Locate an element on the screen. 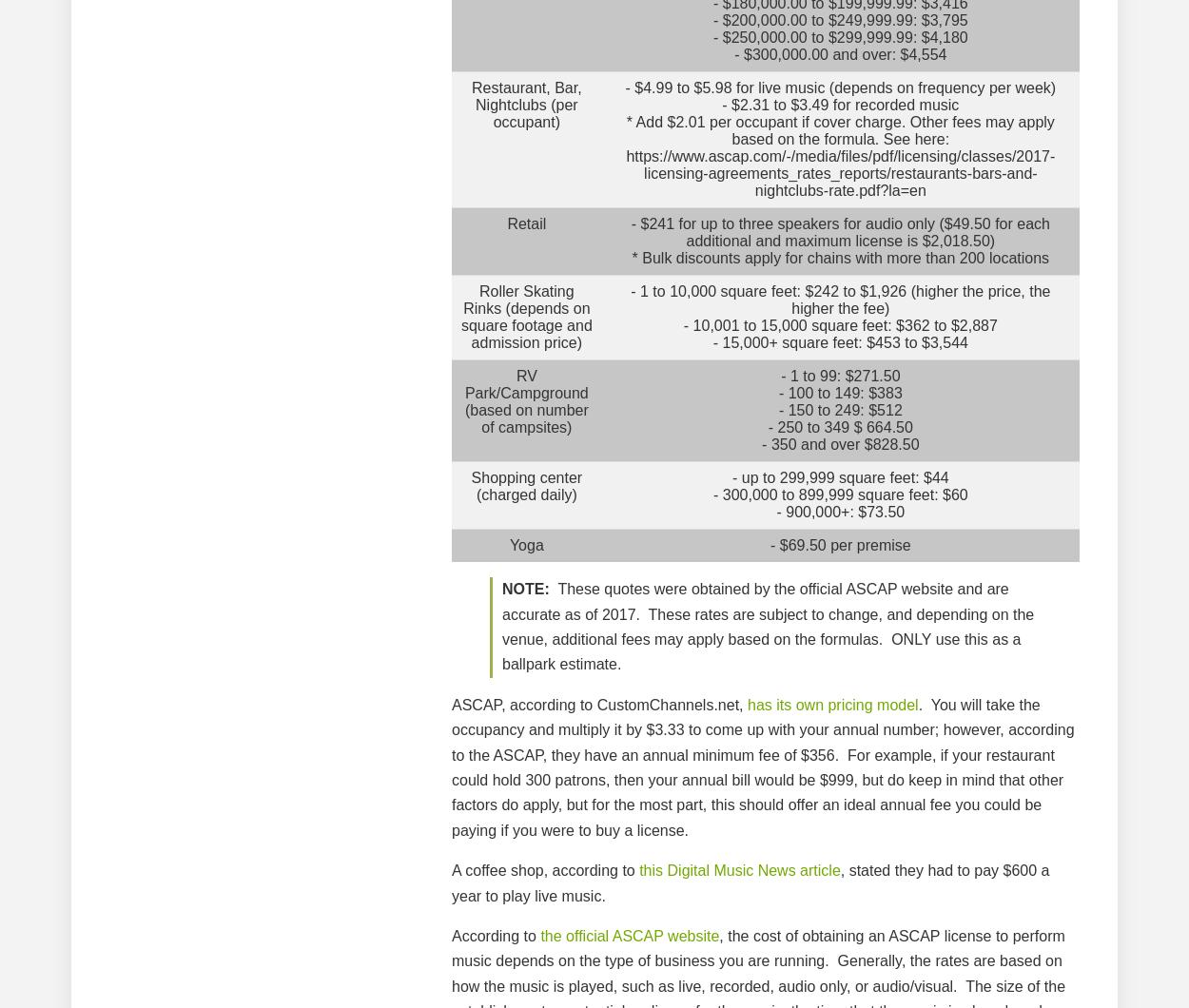  '- $4.99 to $5.98 for live music (depends on frequency per week)' is located at coordinates (840, 87).